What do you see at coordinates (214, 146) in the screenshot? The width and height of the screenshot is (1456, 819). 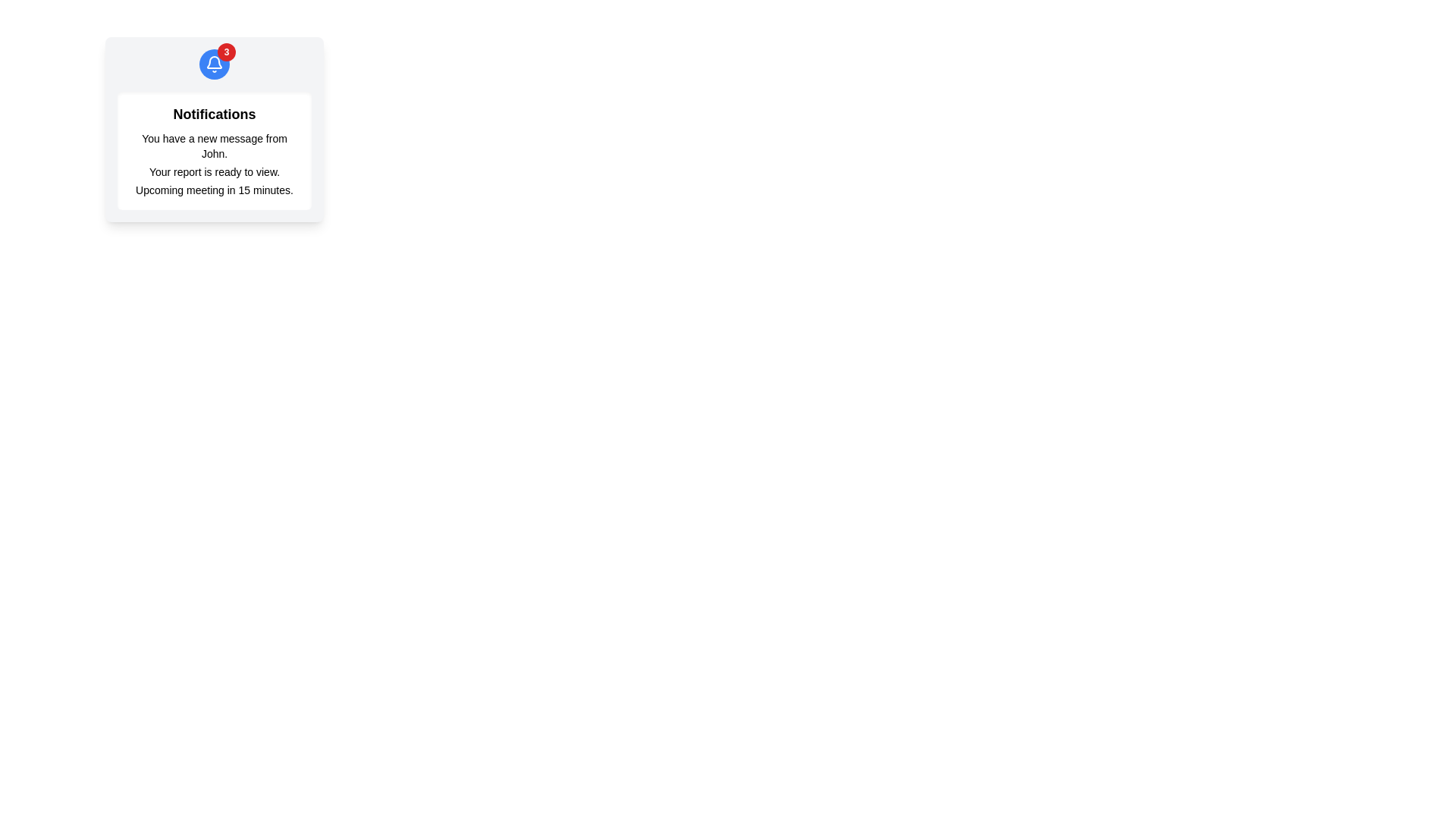 I see `static text display that says 'You have a new message from John.' located in the notifications card under the title 'Notifications'` at bounding box center [214, 146].